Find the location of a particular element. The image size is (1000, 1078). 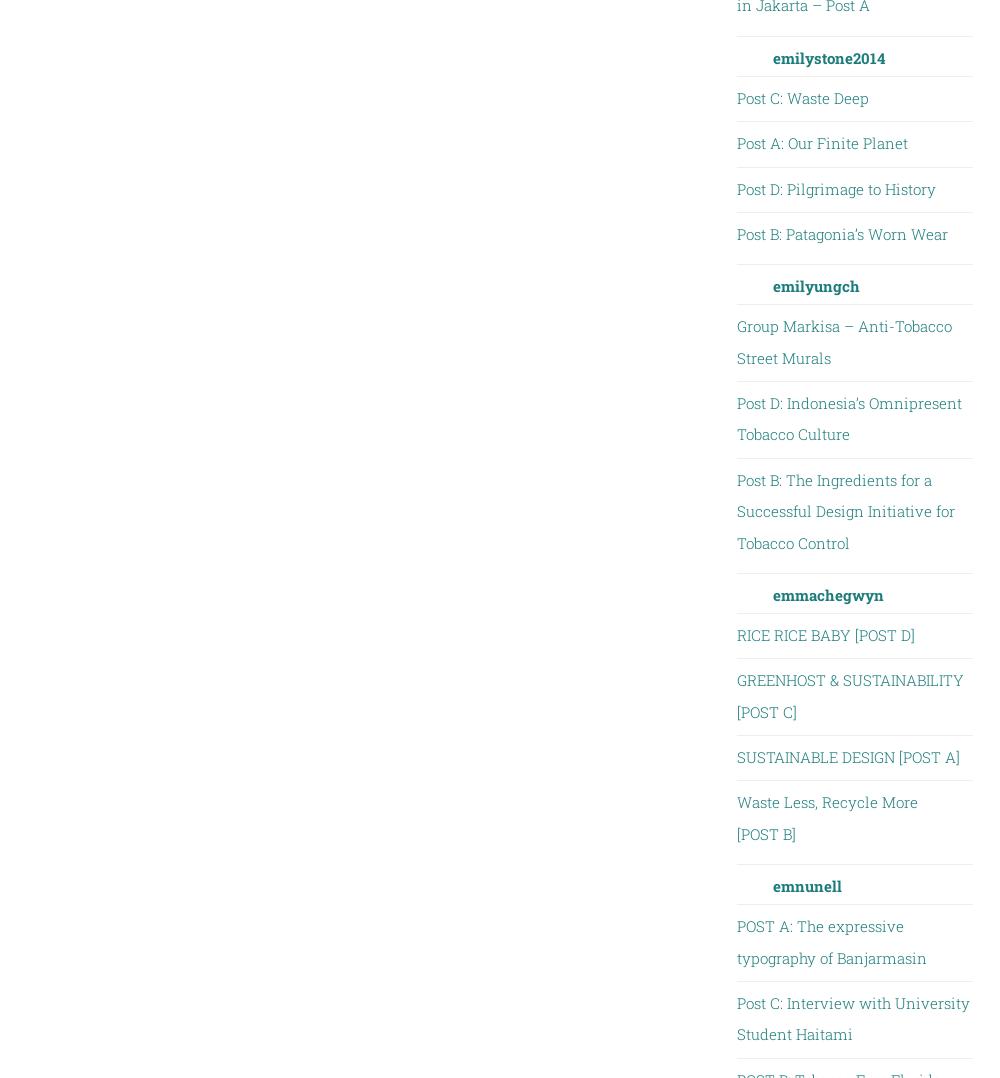

'emilyungch' is located at coordinates (814, 285).